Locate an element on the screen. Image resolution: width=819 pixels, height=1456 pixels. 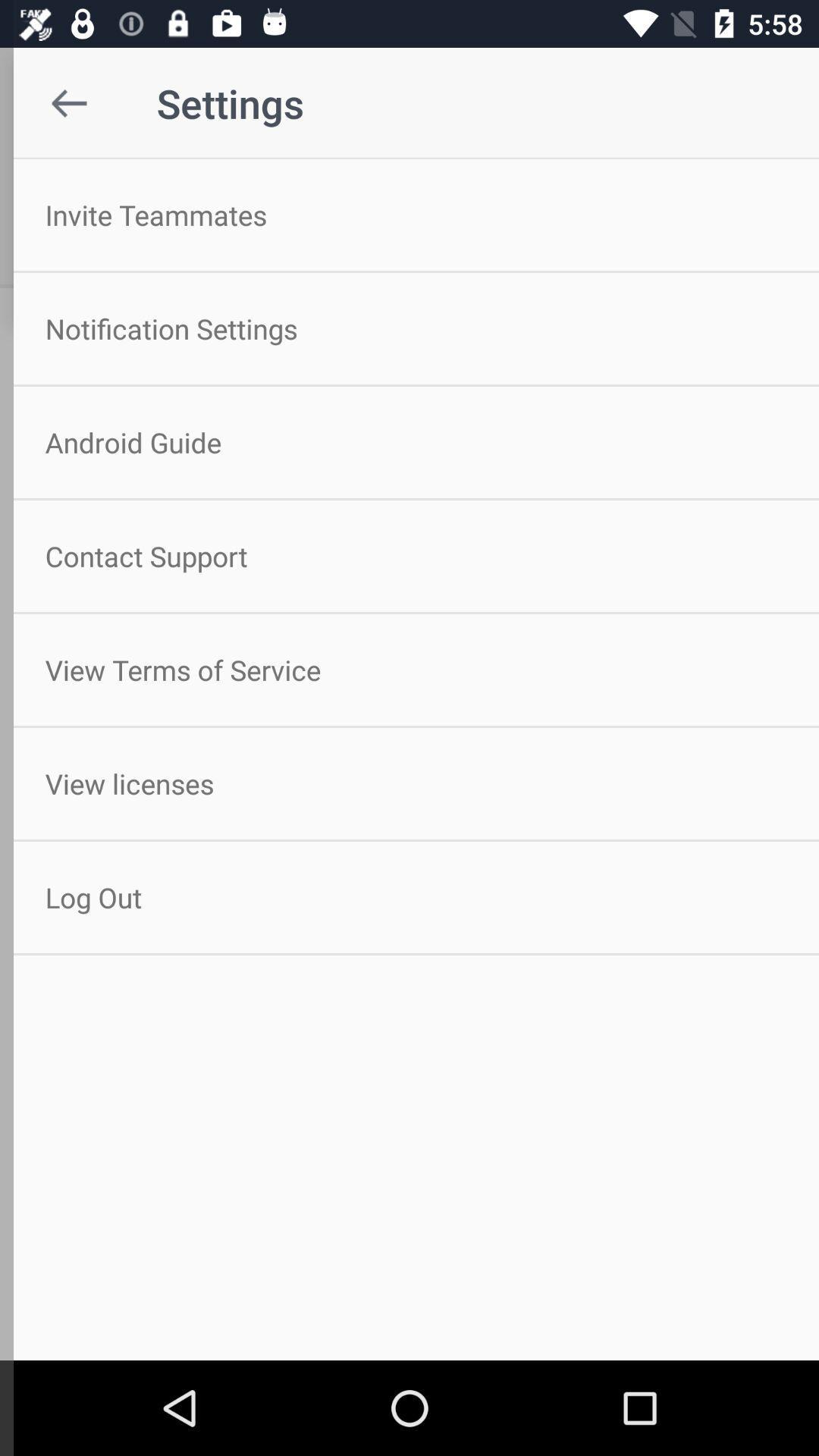
invite teammates item is located at coordinates (409, 214).